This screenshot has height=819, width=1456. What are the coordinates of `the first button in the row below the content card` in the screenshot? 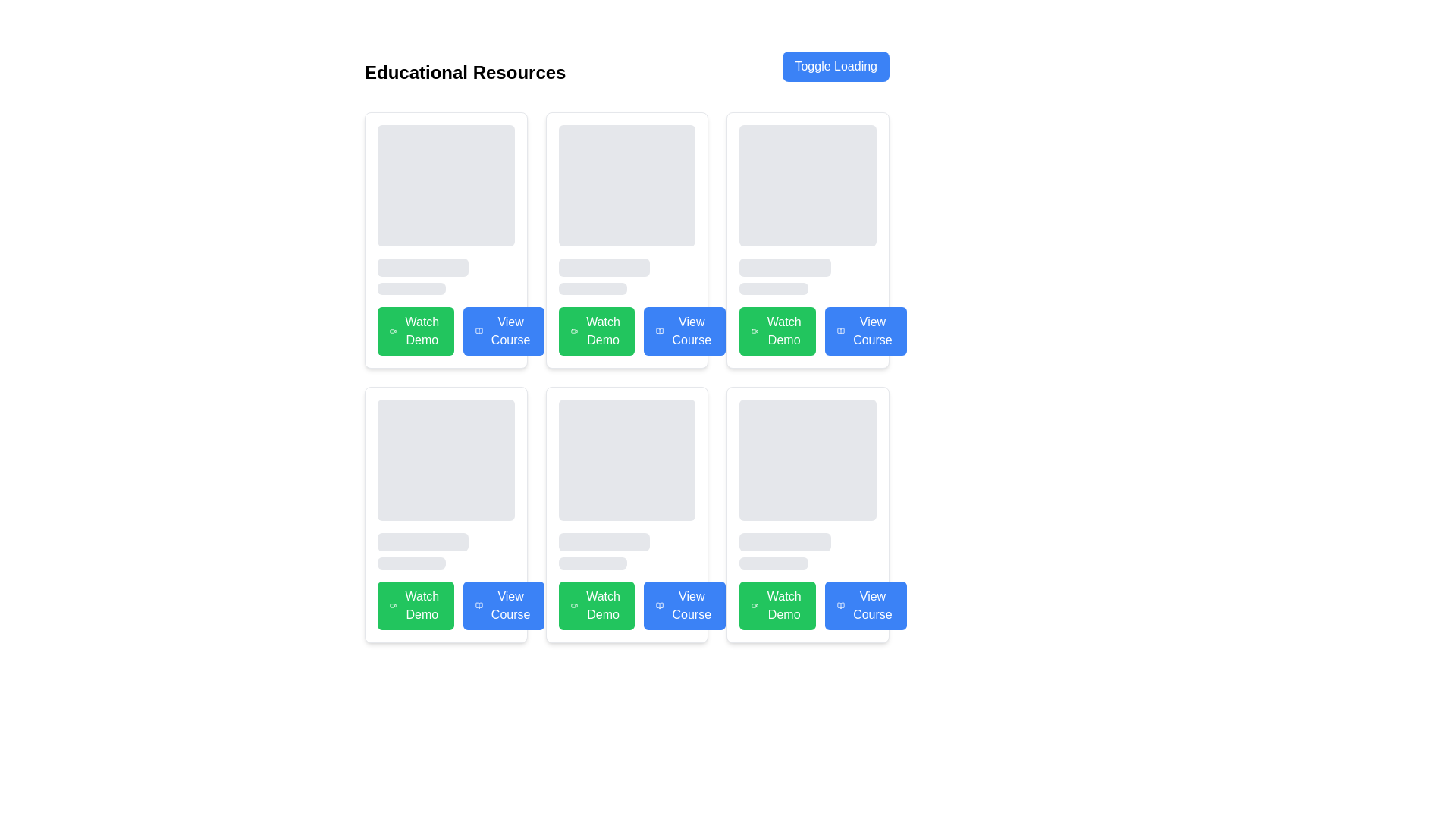 It's located at (596, 330).